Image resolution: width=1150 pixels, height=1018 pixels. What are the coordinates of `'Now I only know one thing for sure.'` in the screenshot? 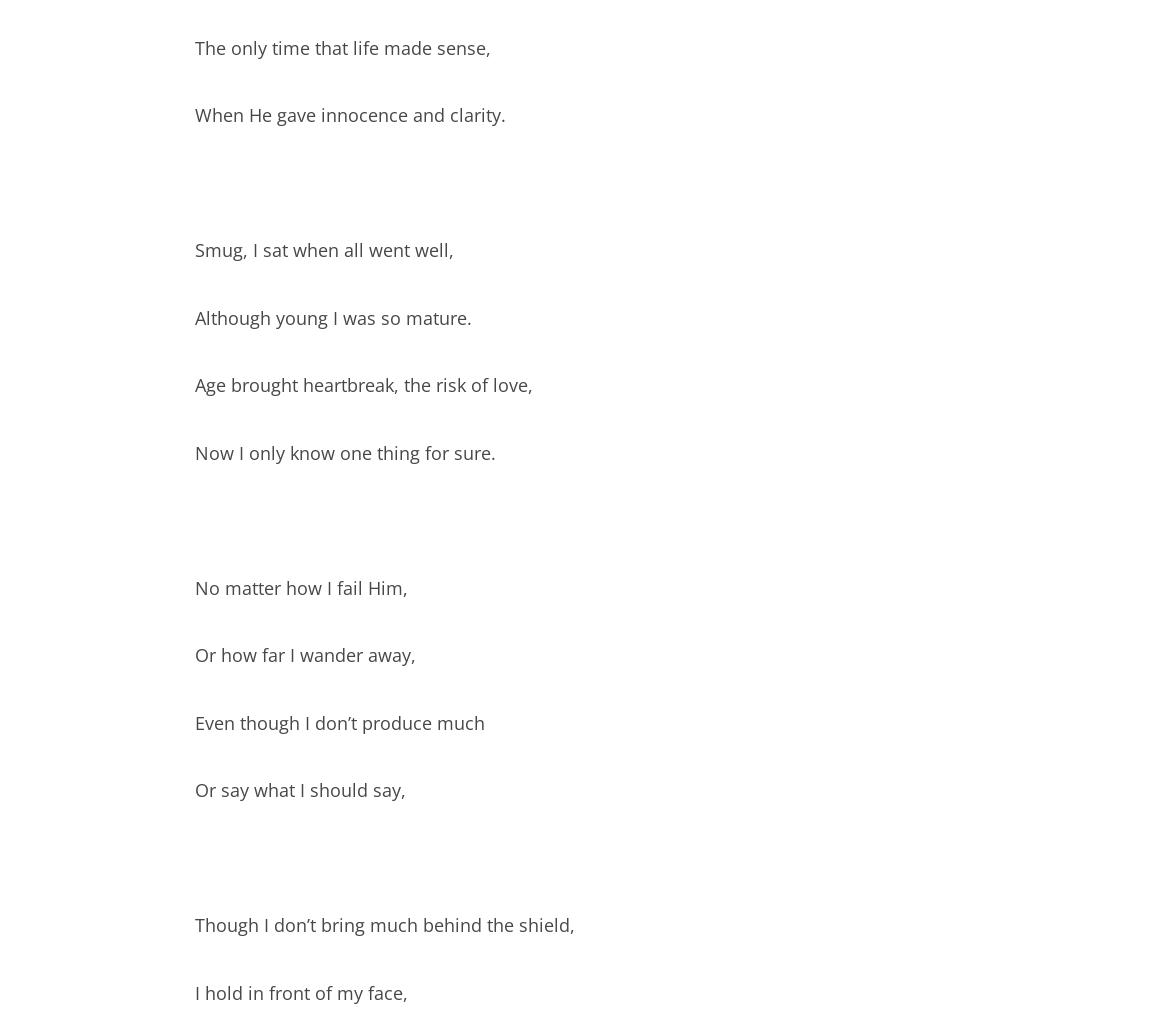 It's located at (345, 450).